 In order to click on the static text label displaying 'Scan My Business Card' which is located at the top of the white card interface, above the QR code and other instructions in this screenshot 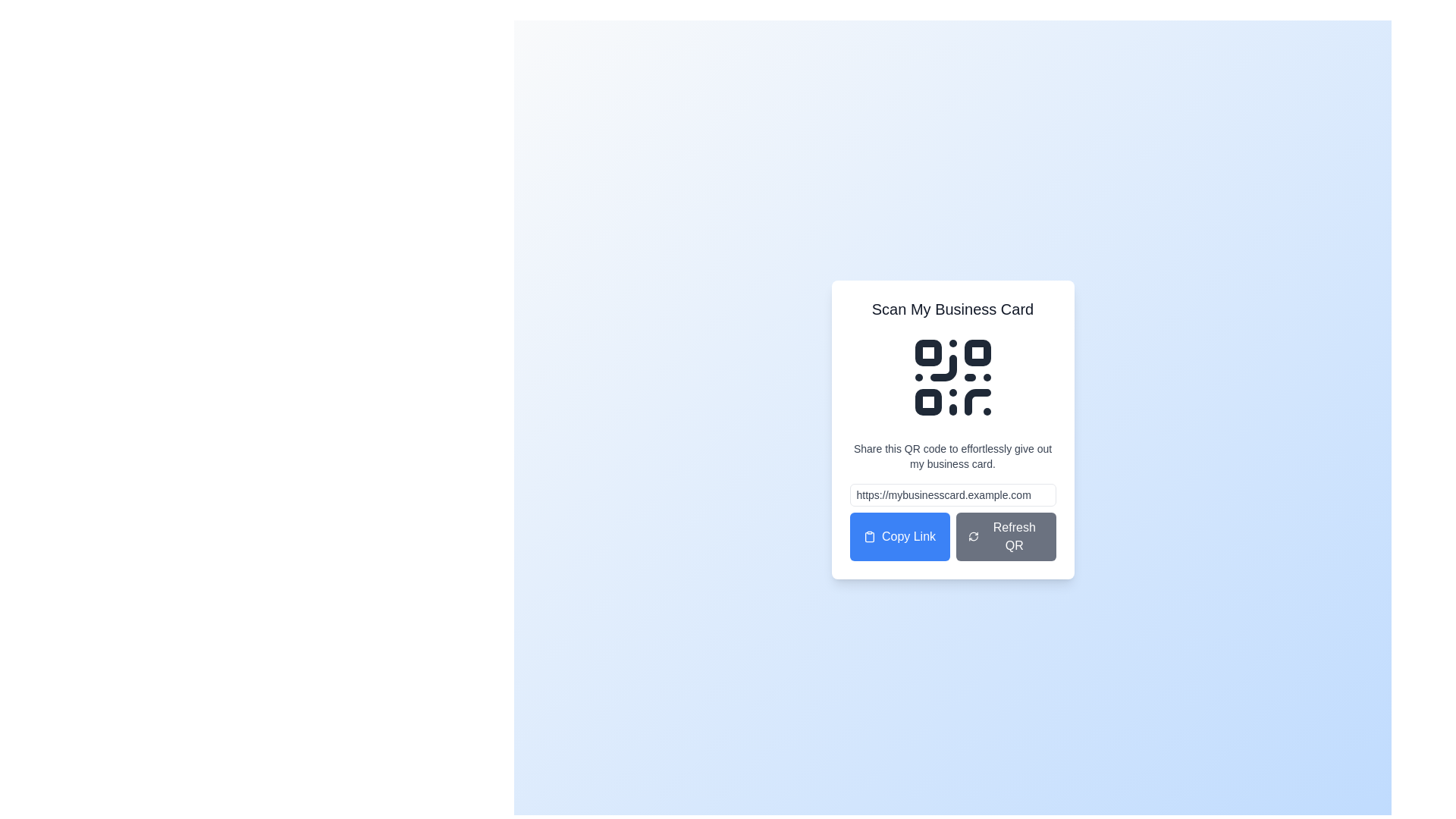, I will do `click(952, 309)`.